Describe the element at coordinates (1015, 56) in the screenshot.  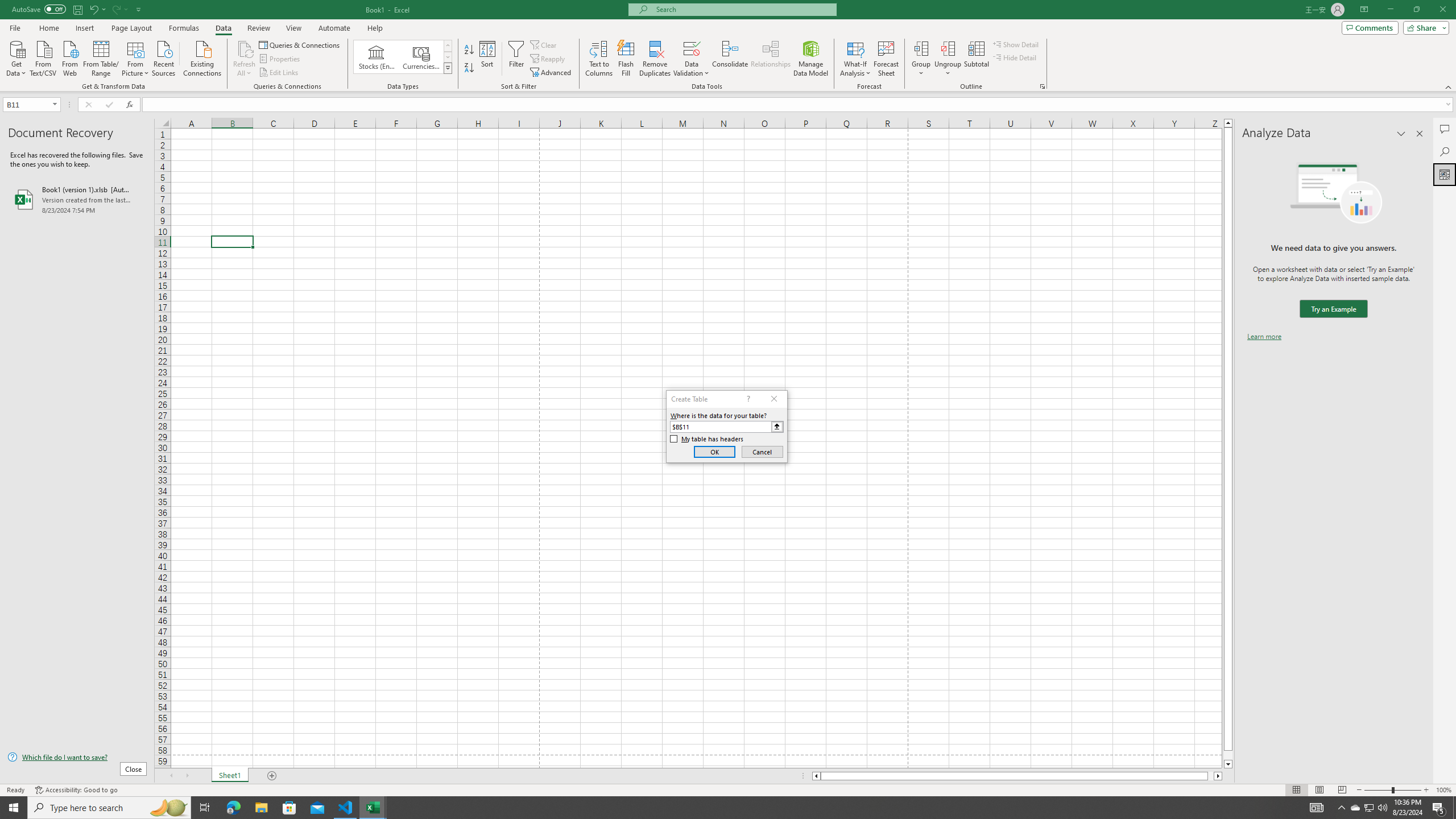
I see `'Hide Detail'` at that location.